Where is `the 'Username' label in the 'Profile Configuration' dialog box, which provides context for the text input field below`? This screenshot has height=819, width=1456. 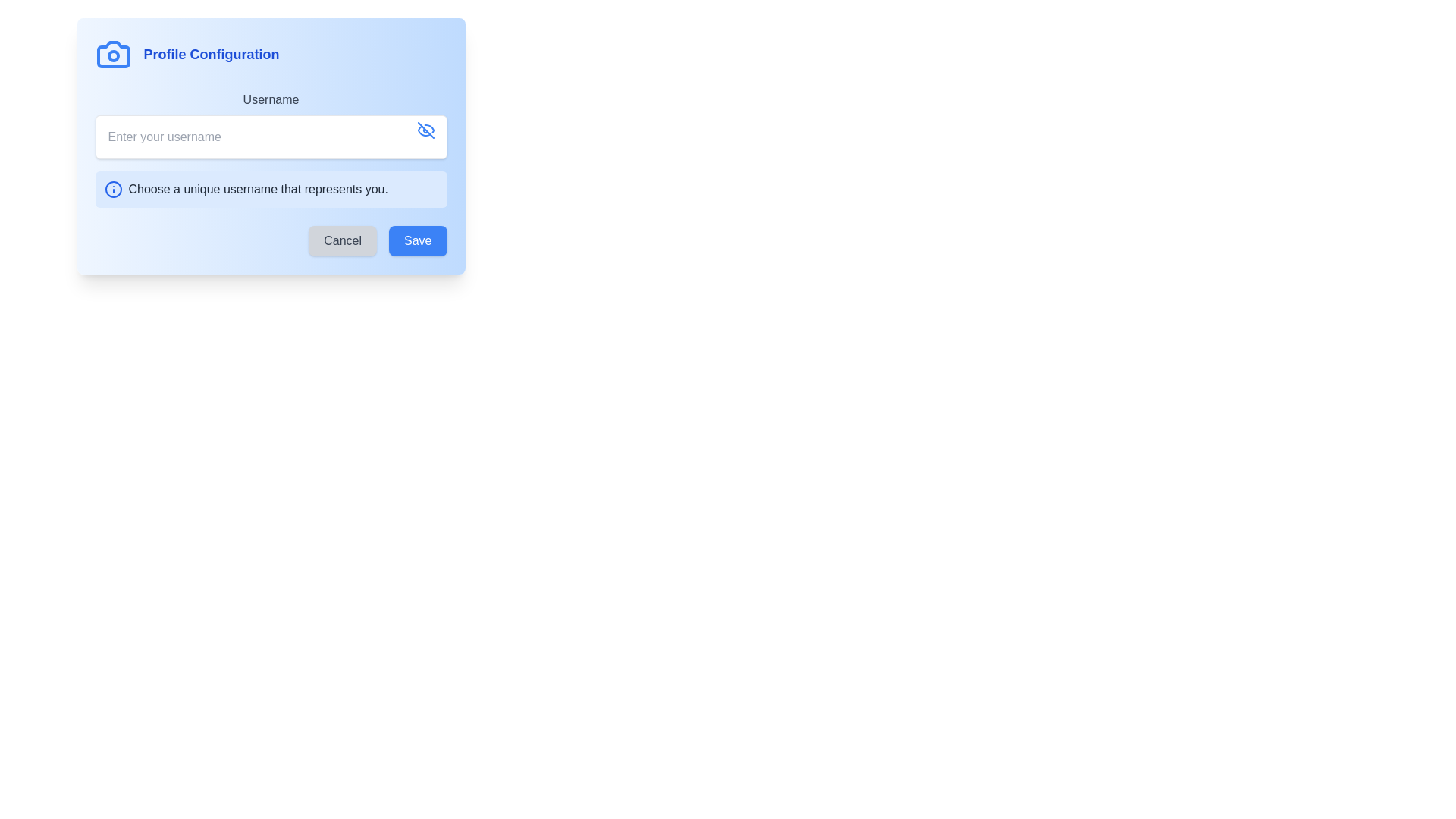 the 'Username' label in the 'Profile Configuration' dialog box, which provides context for the text input field below is located at coordinates (271, 99).